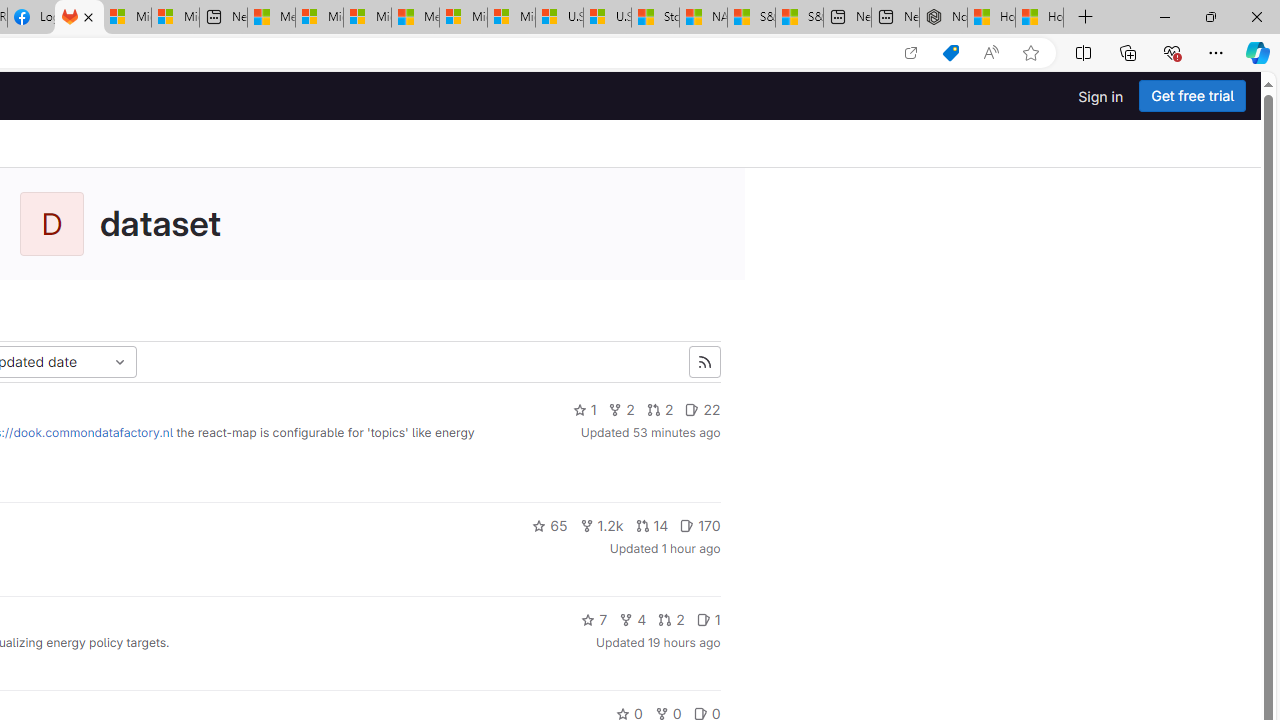  Describe the element at coordinates (991, 52) in the screenshot. I see `'Read aloud this page (Ctrl+Shift+U)'` at that location.